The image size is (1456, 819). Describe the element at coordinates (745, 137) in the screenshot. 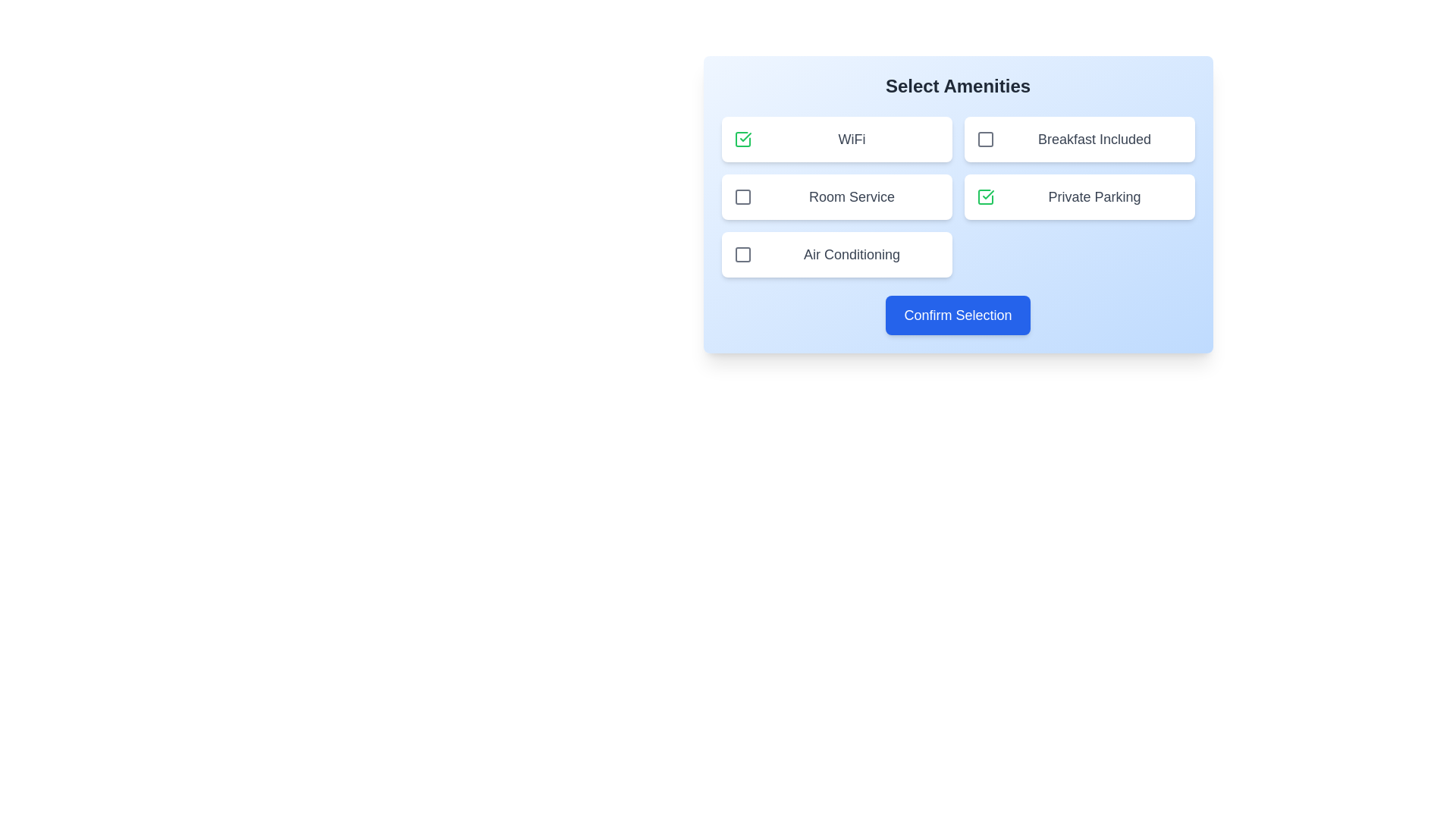

I see `the checkmark icon indicating the selection state of the 'WiFi' checkbox, which visually confirms that the option is selected` at that location.